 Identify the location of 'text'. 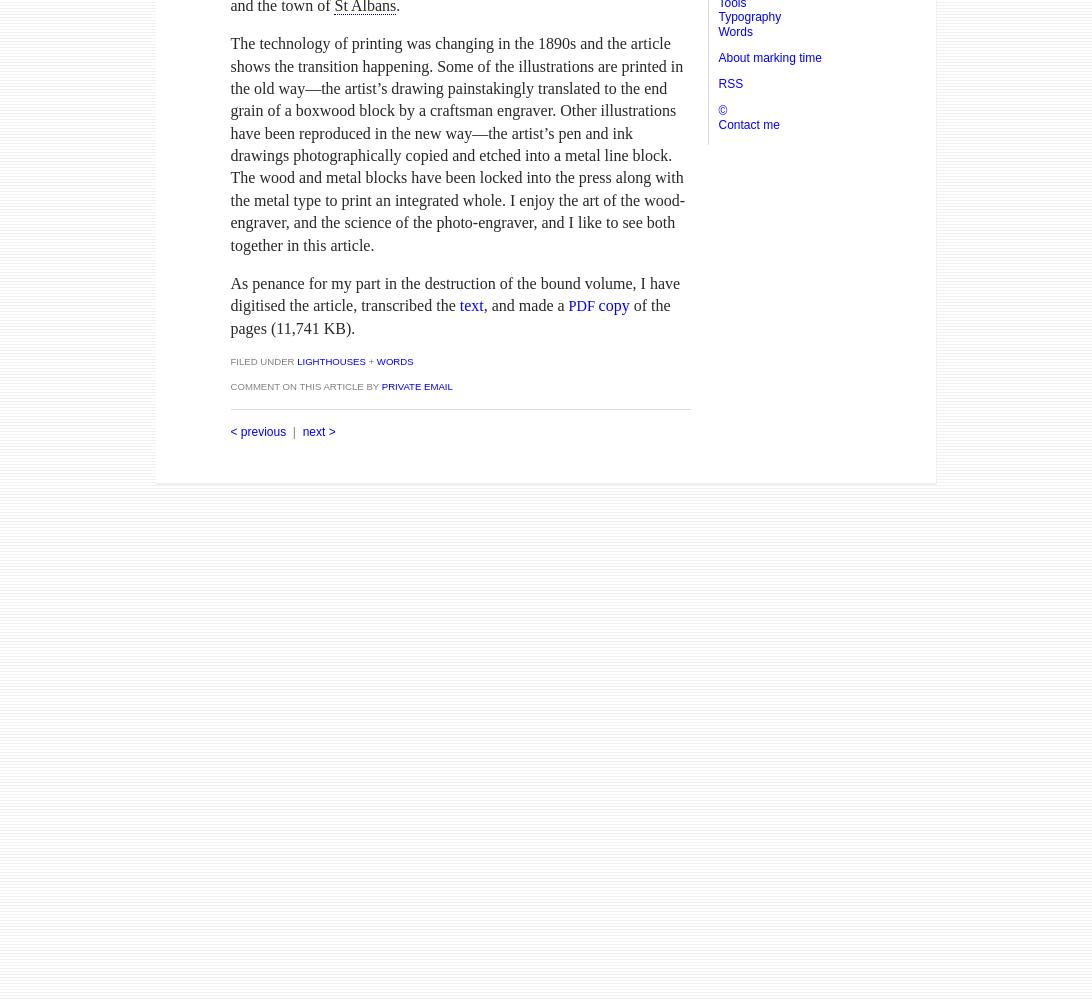
(470, 305).